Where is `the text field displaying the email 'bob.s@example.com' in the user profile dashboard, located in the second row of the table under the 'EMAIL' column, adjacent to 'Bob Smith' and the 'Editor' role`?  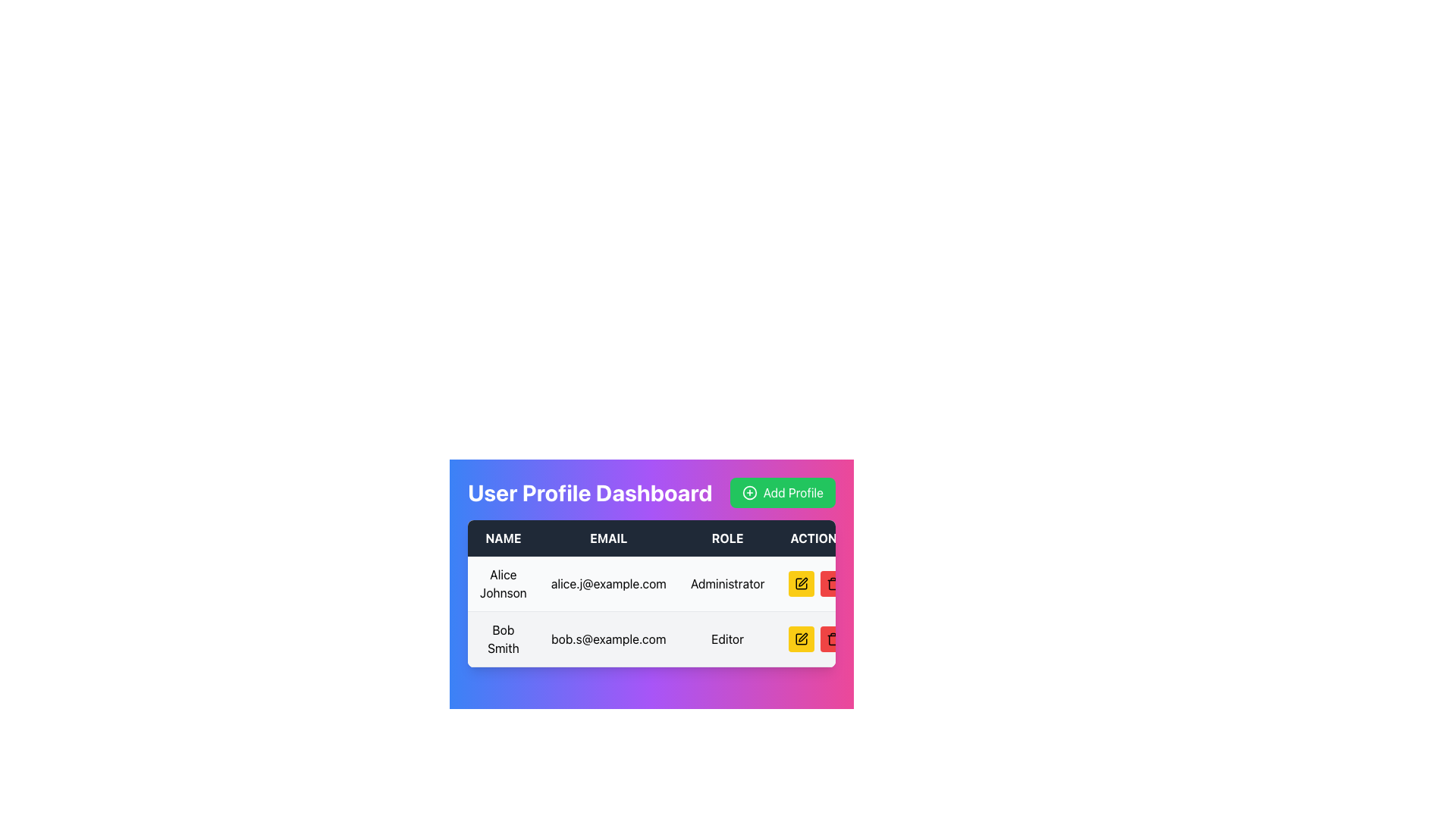
the text field displaying the email 'bob.s@example.com' in the user profile dashboard, located in the second row of the table under the 'EMAIL' column, adjacent to 'Bob Smith' and the 'Editor' role is located at coordinates (608, 639).